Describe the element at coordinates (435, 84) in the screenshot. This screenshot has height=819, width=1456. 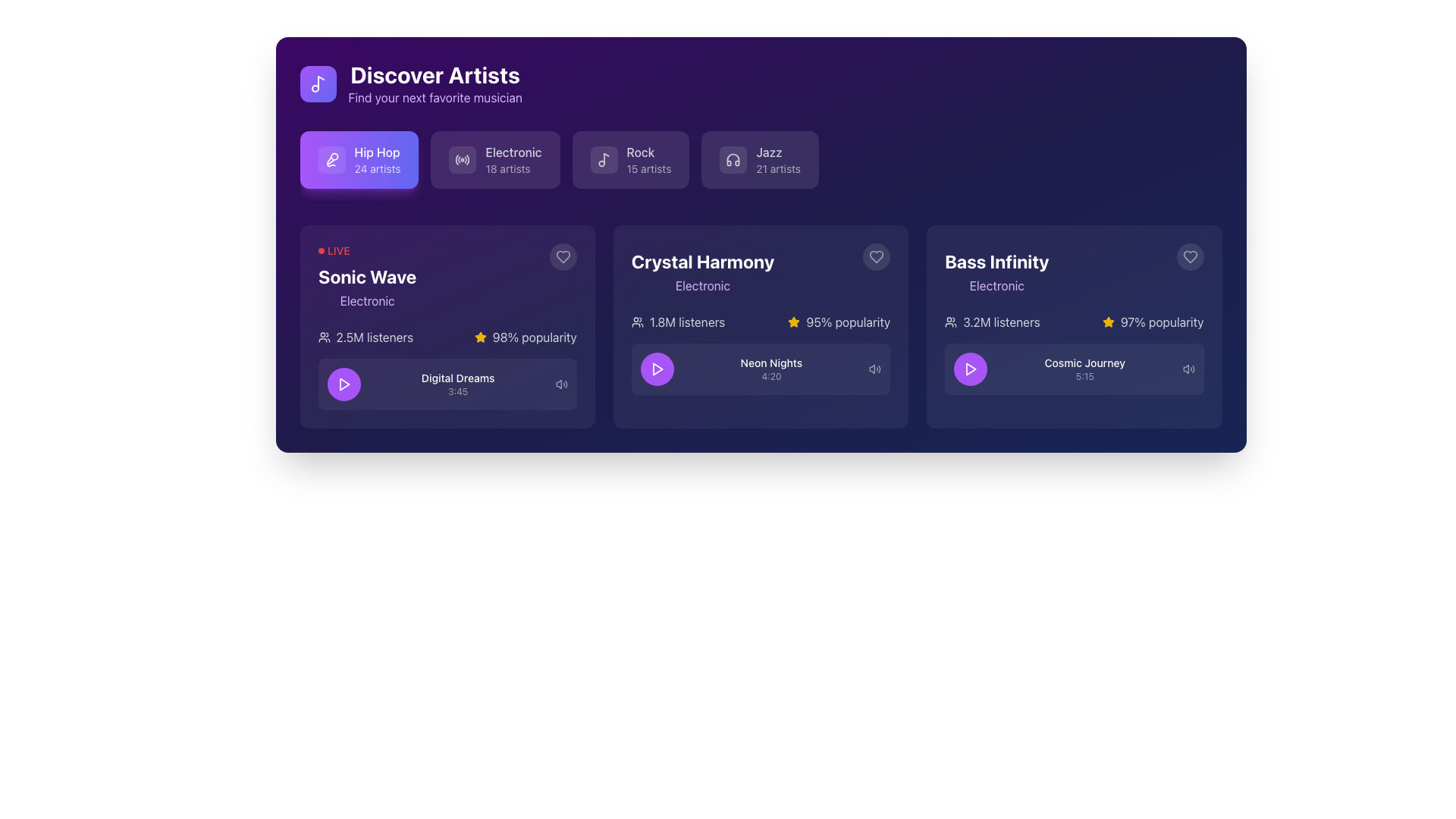
I see `the text display element that serves as the header for the artist discovery feature, located to the right of a gradient purple square with a musical note icon` at that location.